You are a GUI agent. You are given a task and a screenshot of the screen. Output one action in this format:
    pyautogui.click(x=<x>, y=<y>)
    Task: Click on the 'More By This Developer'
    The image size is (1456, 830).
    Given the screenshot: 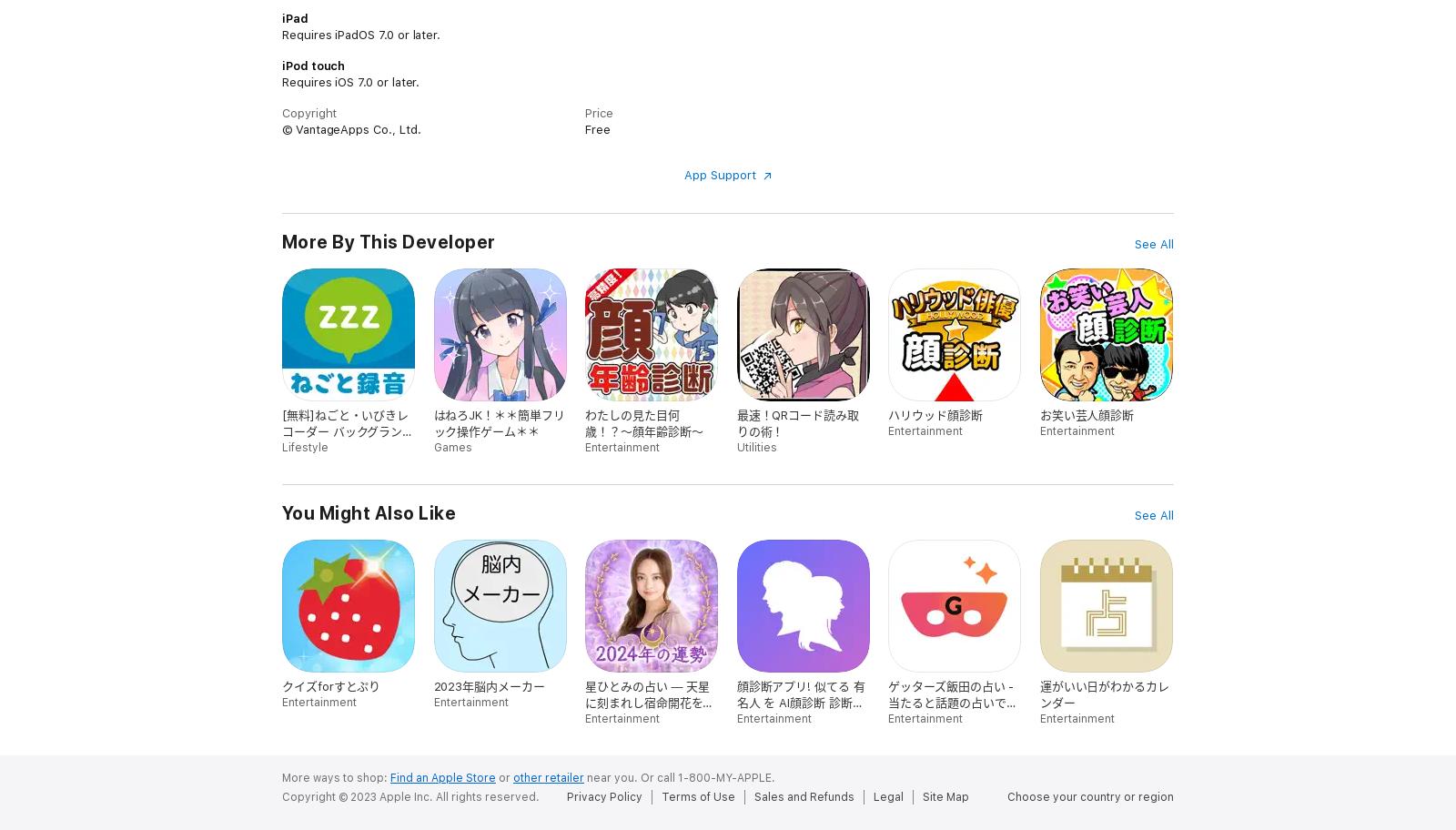 What is the action you would take?
    pyautogui.click(x=388, y=242)
    